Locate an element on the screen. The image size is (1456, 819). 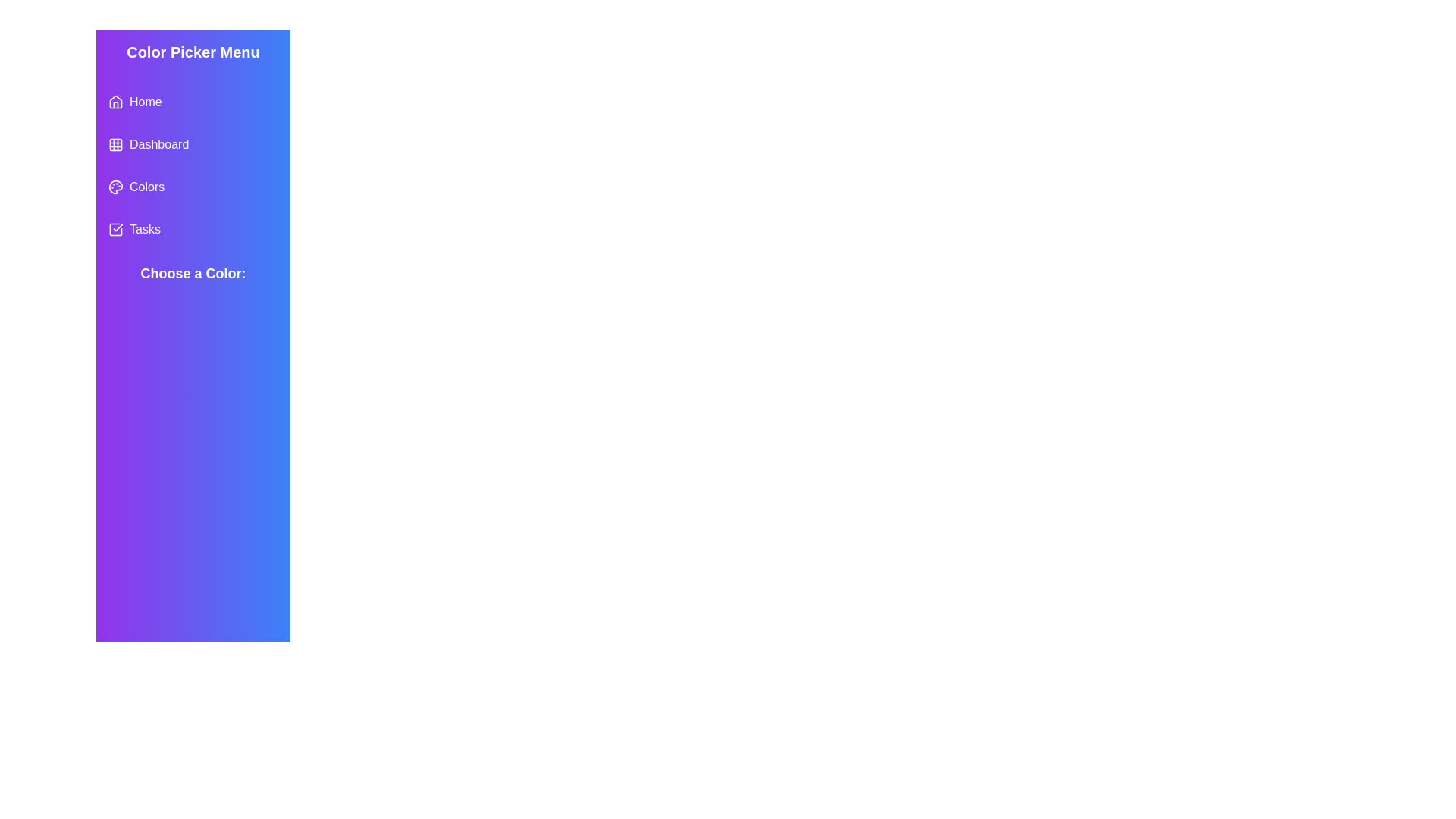
the static text label indicating the purpose of the color selection section, located in the left sidebar below the menu items is located at coordinates (192, 274).